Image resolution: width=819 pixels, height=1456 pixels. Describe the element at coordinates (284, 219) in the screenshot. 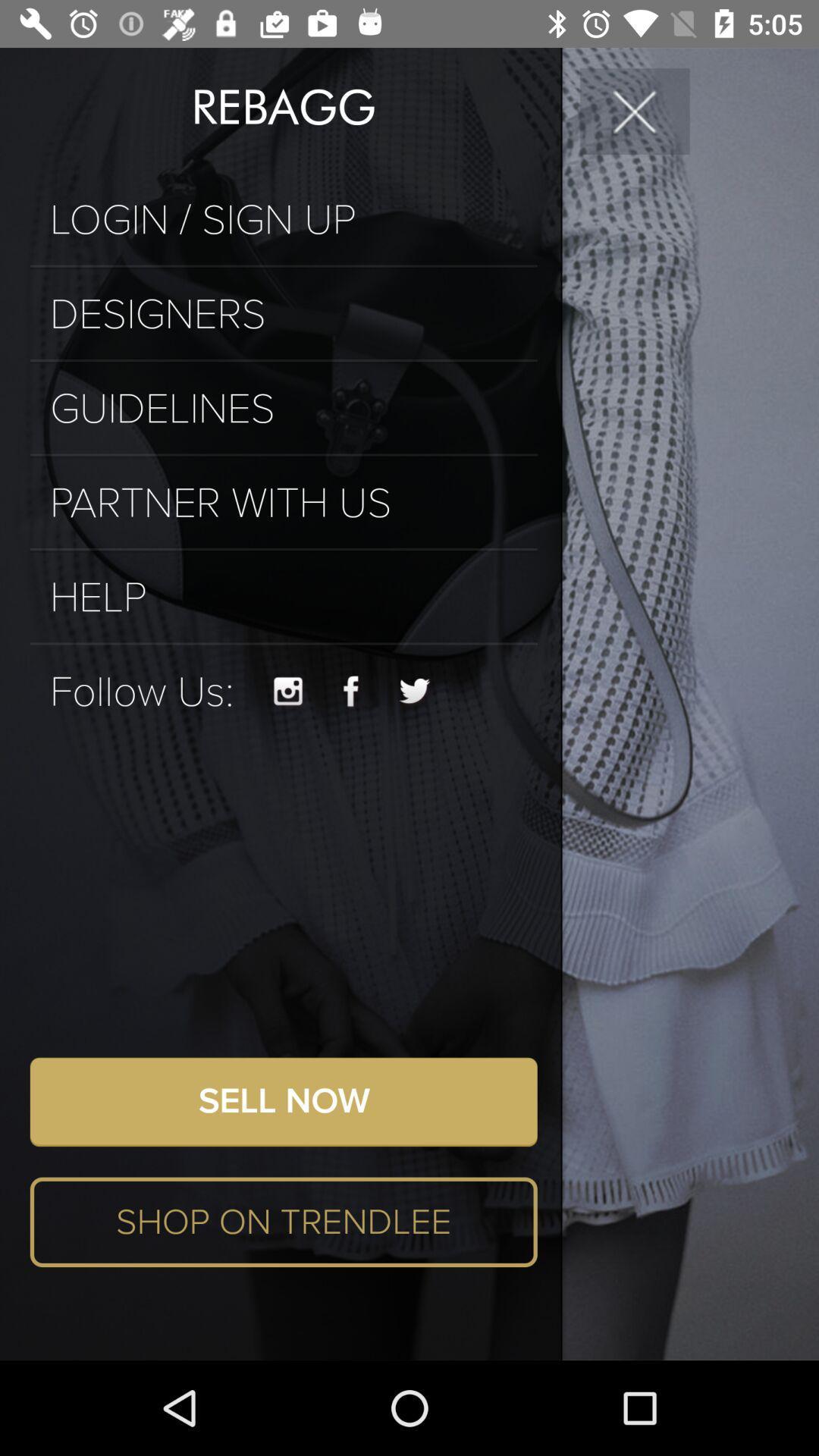

I see `login / sign up icon` at that location.